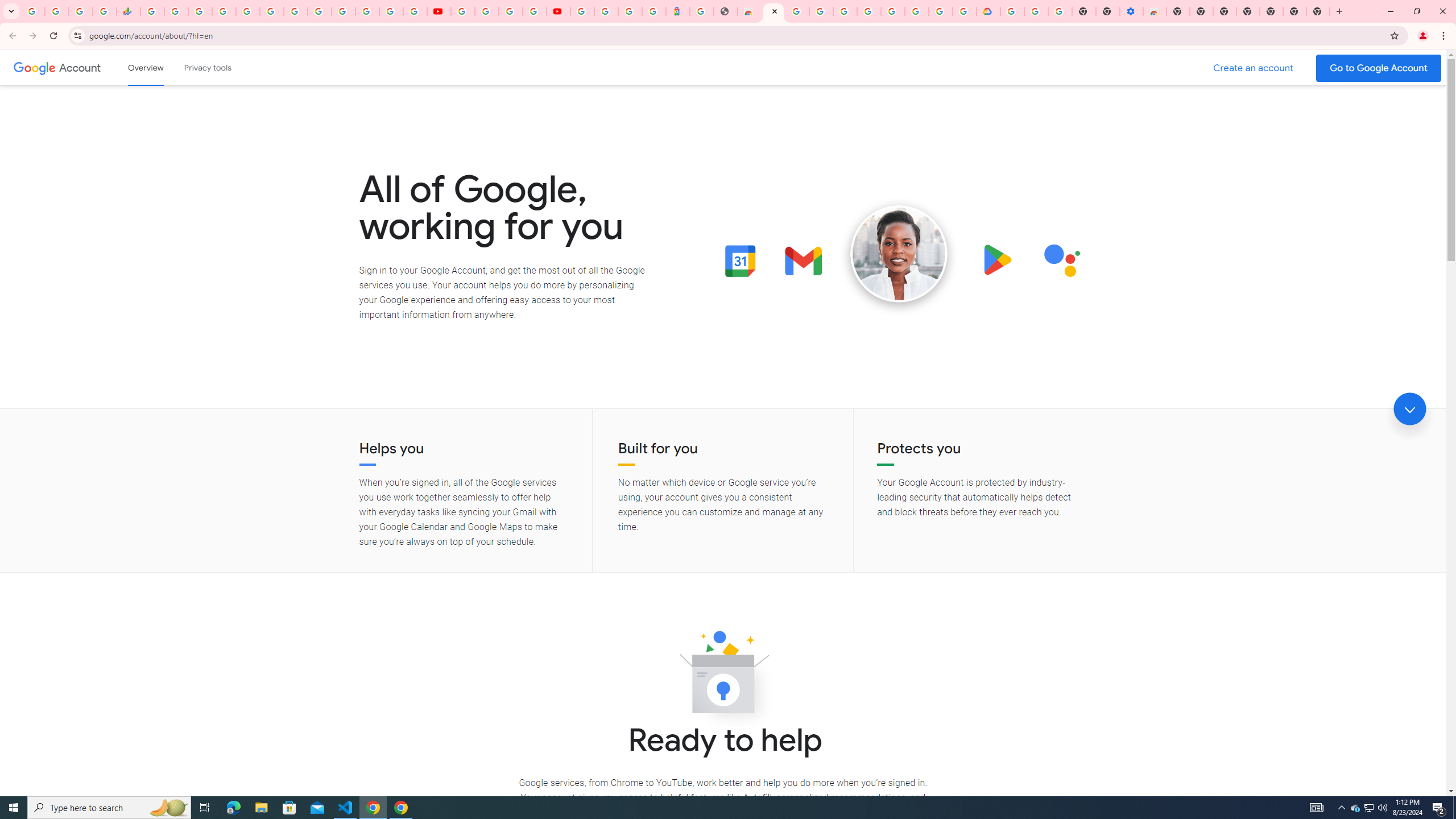 The width and height of the screenshot is (1456, 819). I want to click on 'Google logo', so click(34, 67).